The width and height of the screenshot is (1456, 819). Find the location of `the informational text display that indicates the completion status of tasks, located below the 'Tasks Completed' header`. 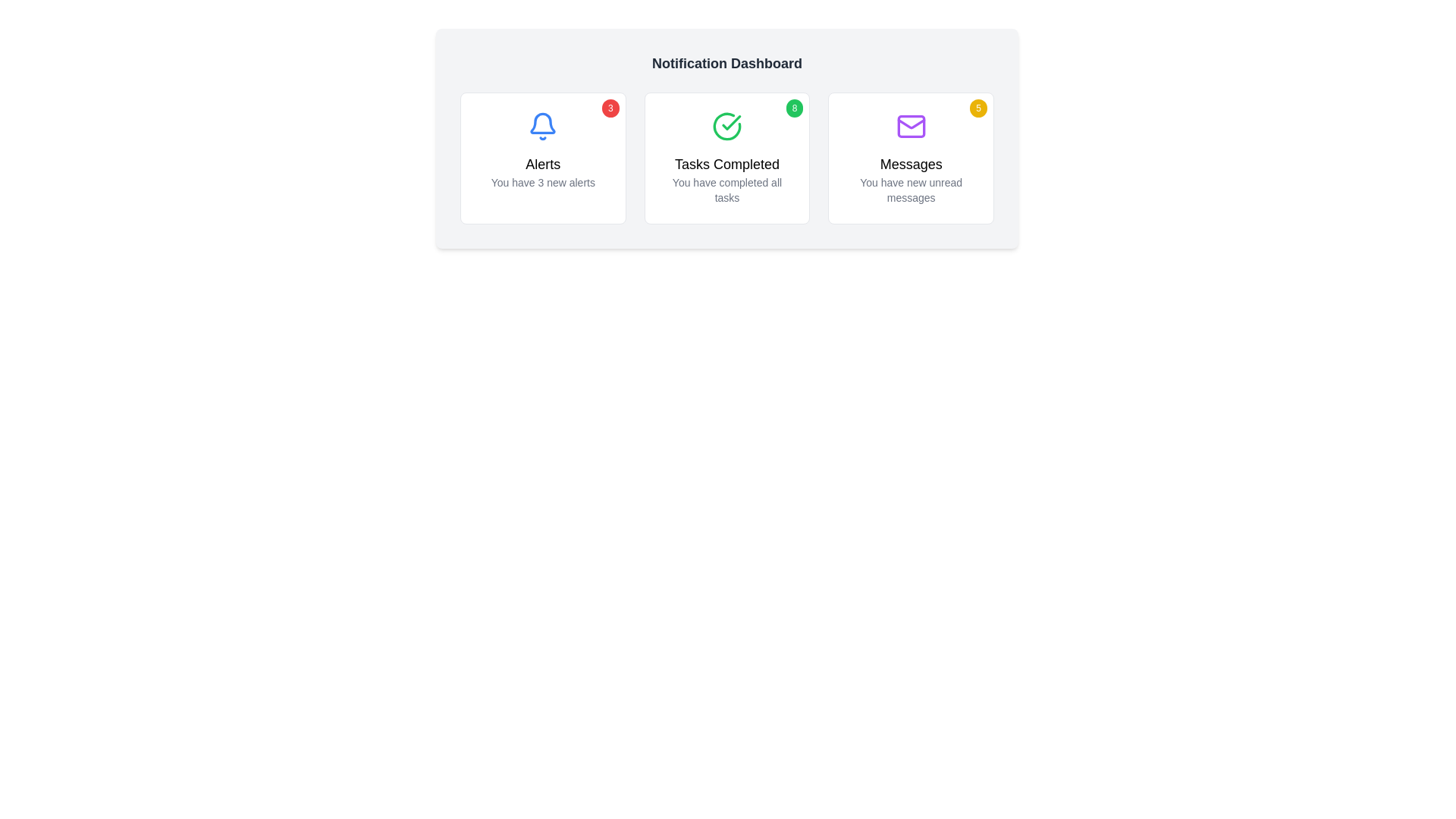

the informational text display that indicates the completion status of tasks, located below the 'Tasks Completed' header is located at coordinates (726, 189).